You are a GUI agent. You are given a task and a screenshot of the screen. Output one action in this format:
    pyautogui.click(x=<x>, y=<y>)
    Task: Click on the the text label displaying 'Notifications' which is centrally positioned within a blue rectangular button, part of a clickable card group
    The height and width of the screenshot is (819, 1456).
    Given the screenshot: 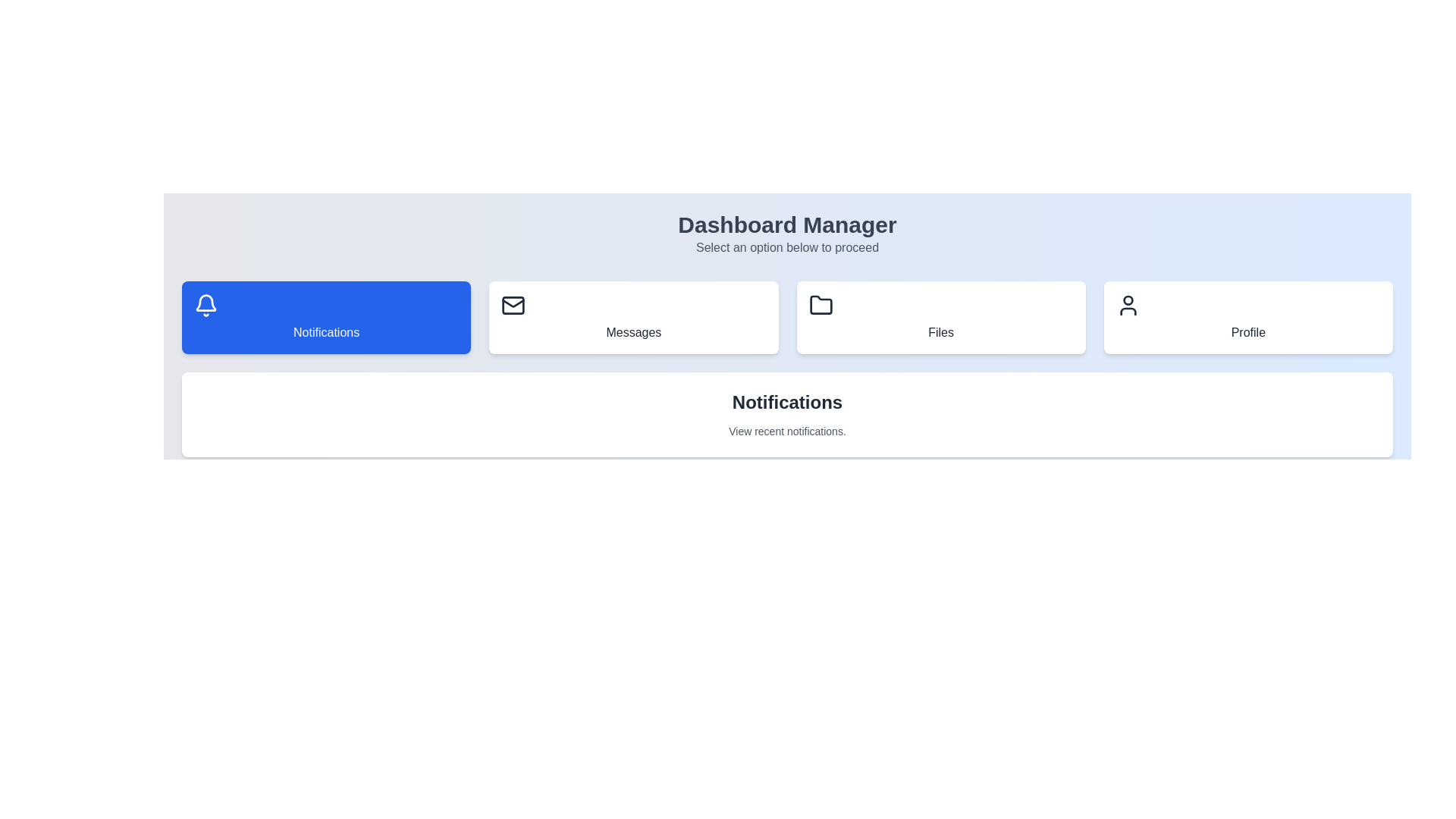 What is the action you would take?
    pyautogui.click(x=325, y=332)
    